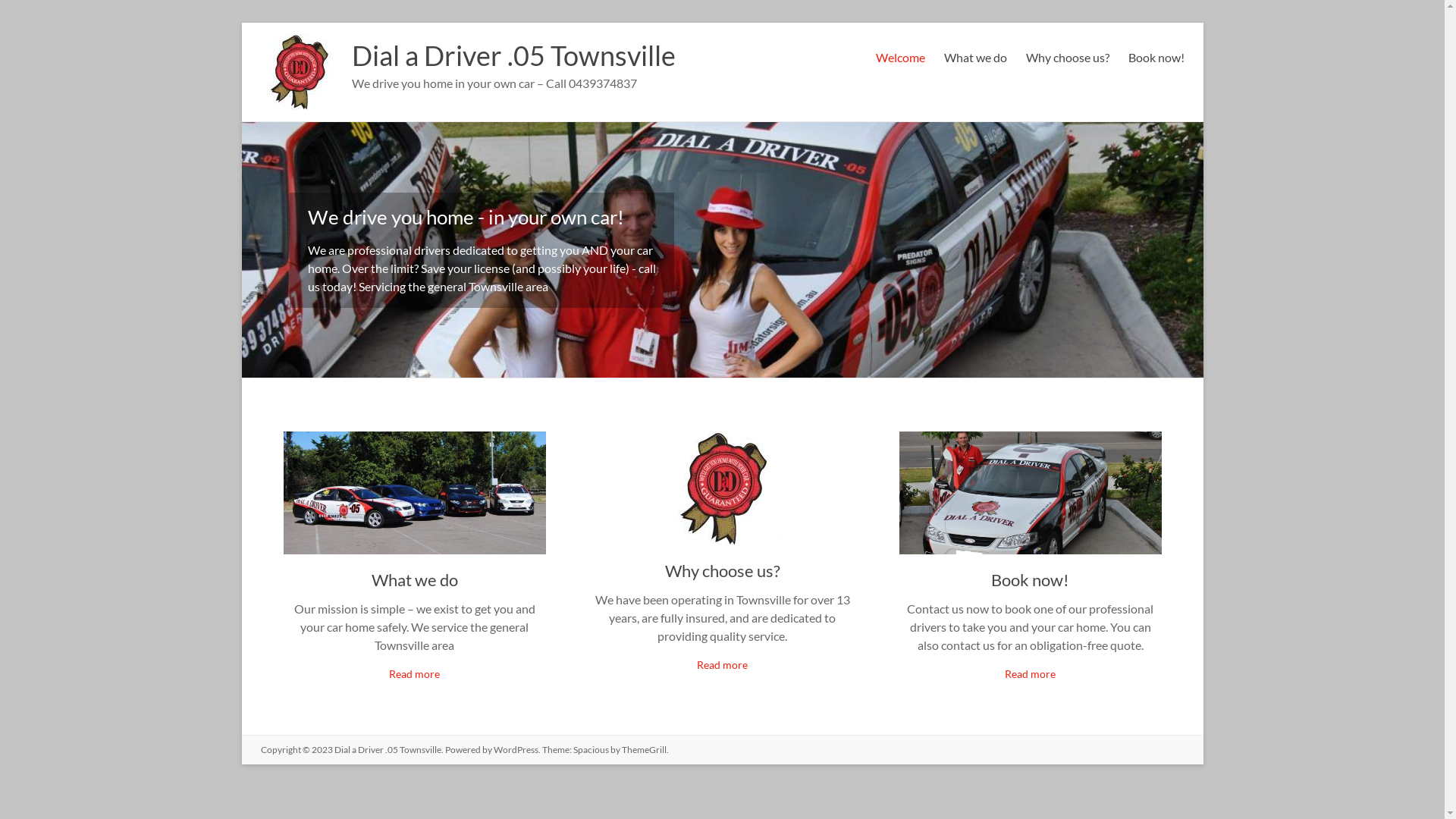 This screenshot has width=1456, height=819. I want to click on 'WordPress', so click(515, 748).